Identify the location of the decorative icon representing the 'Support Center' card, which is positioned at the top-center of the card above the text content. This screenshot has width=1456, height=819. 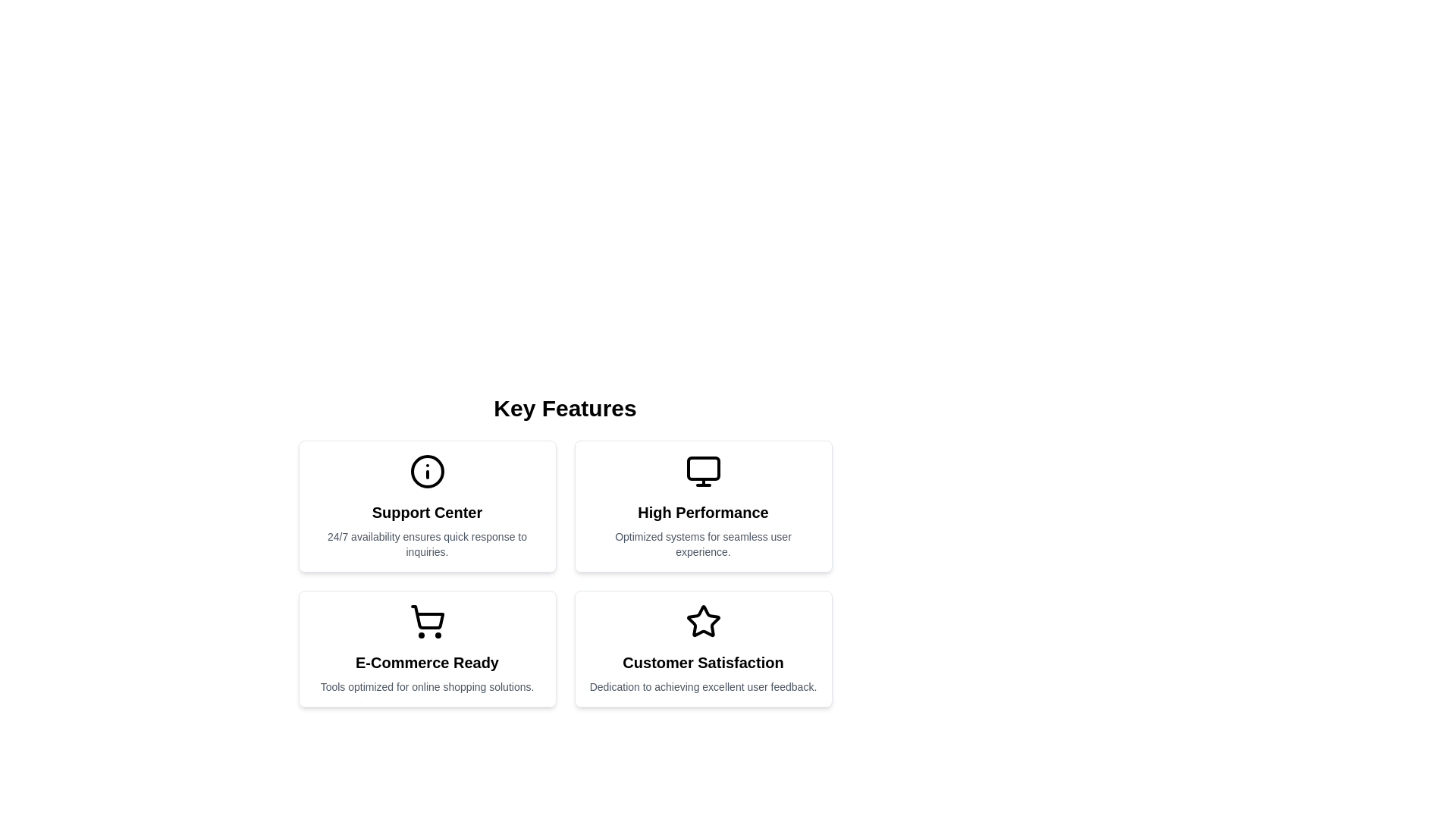
(426, 470).